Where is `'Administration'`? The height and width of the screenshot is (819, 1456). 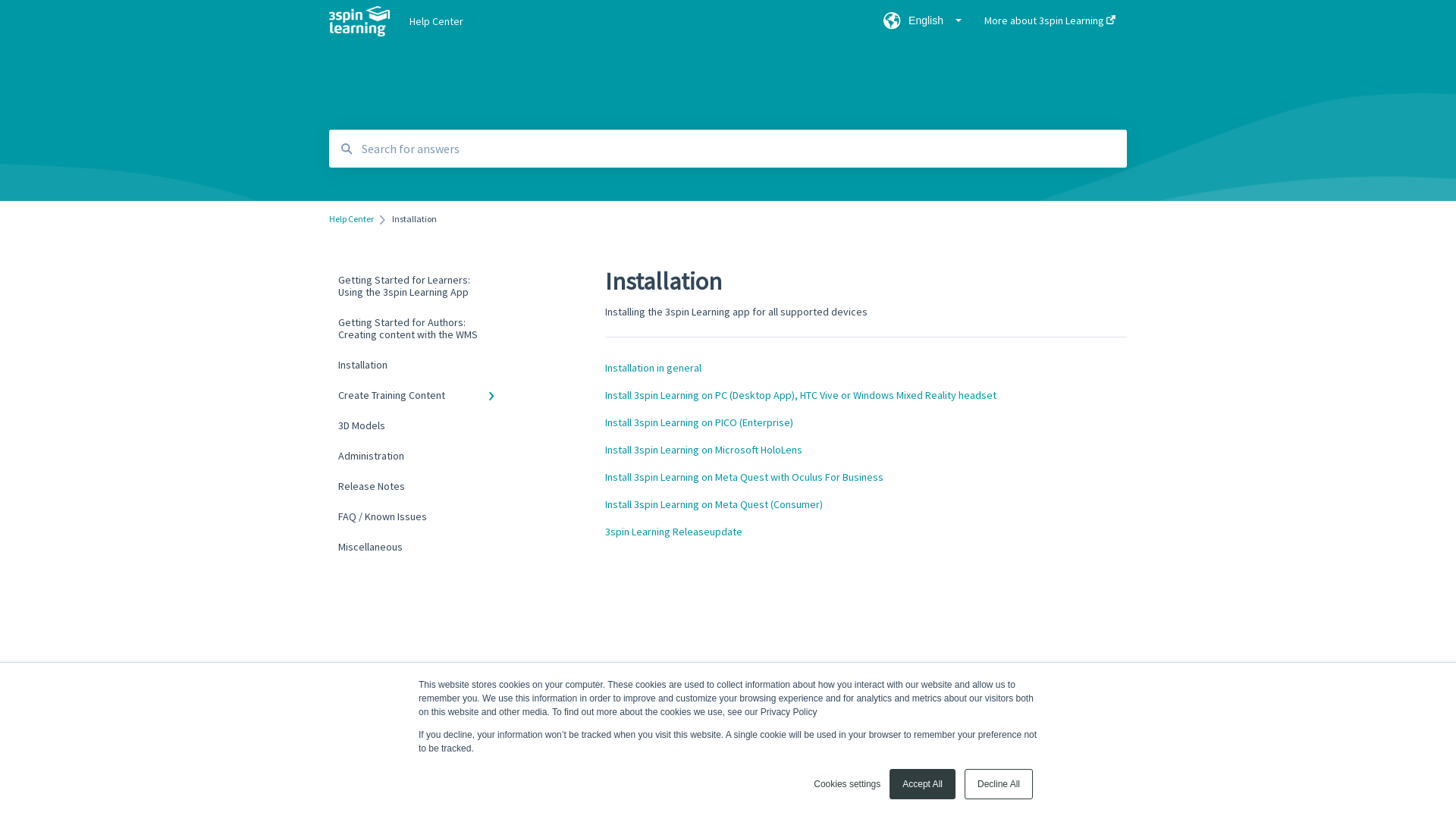 'Administration' is located at coordinates (419, 455).